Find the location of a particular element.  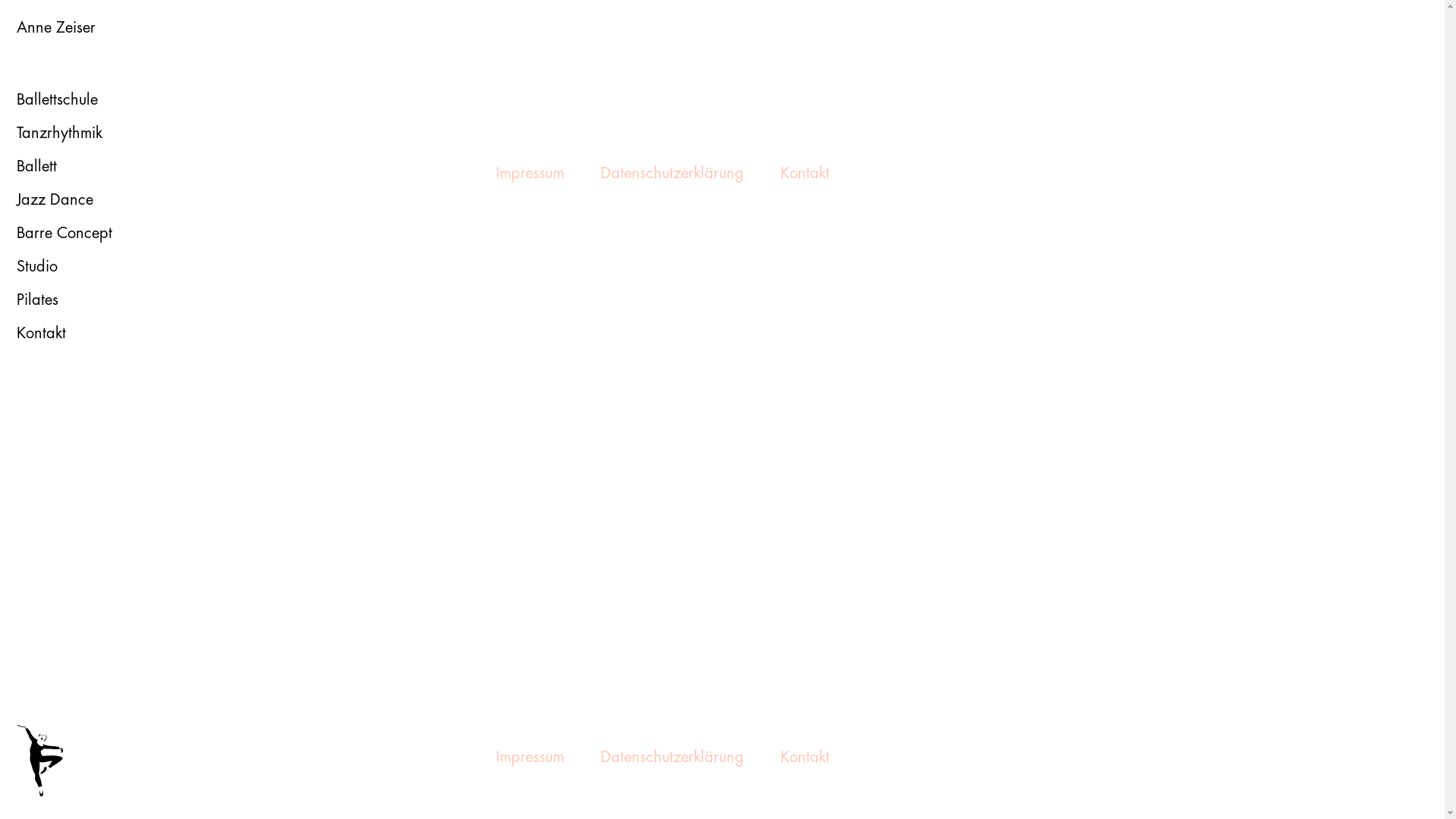

'Kontakt' is located at coordinates (804, 172).